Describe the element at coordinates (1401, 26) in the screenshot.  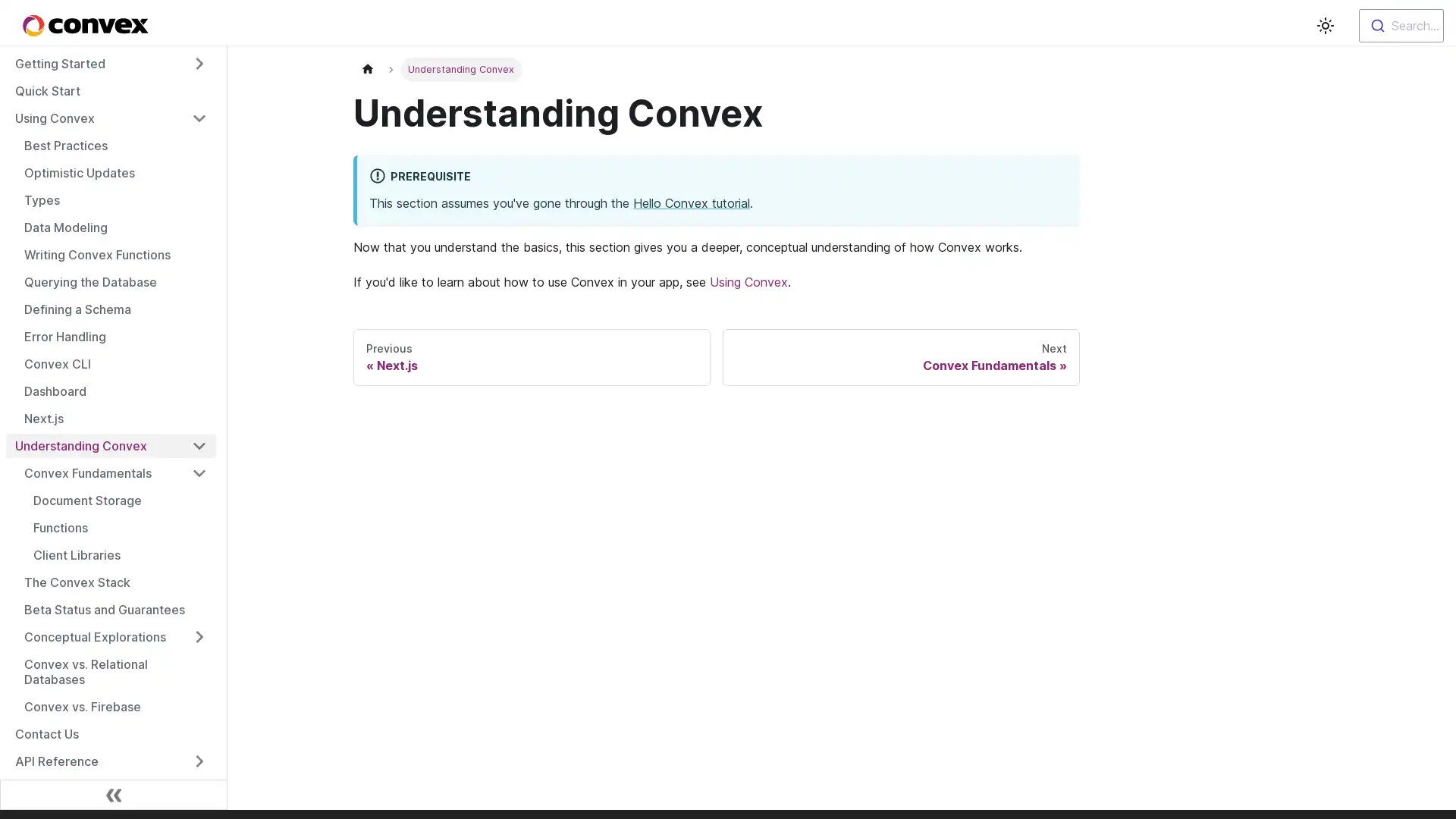
I see `Search...` at that location.